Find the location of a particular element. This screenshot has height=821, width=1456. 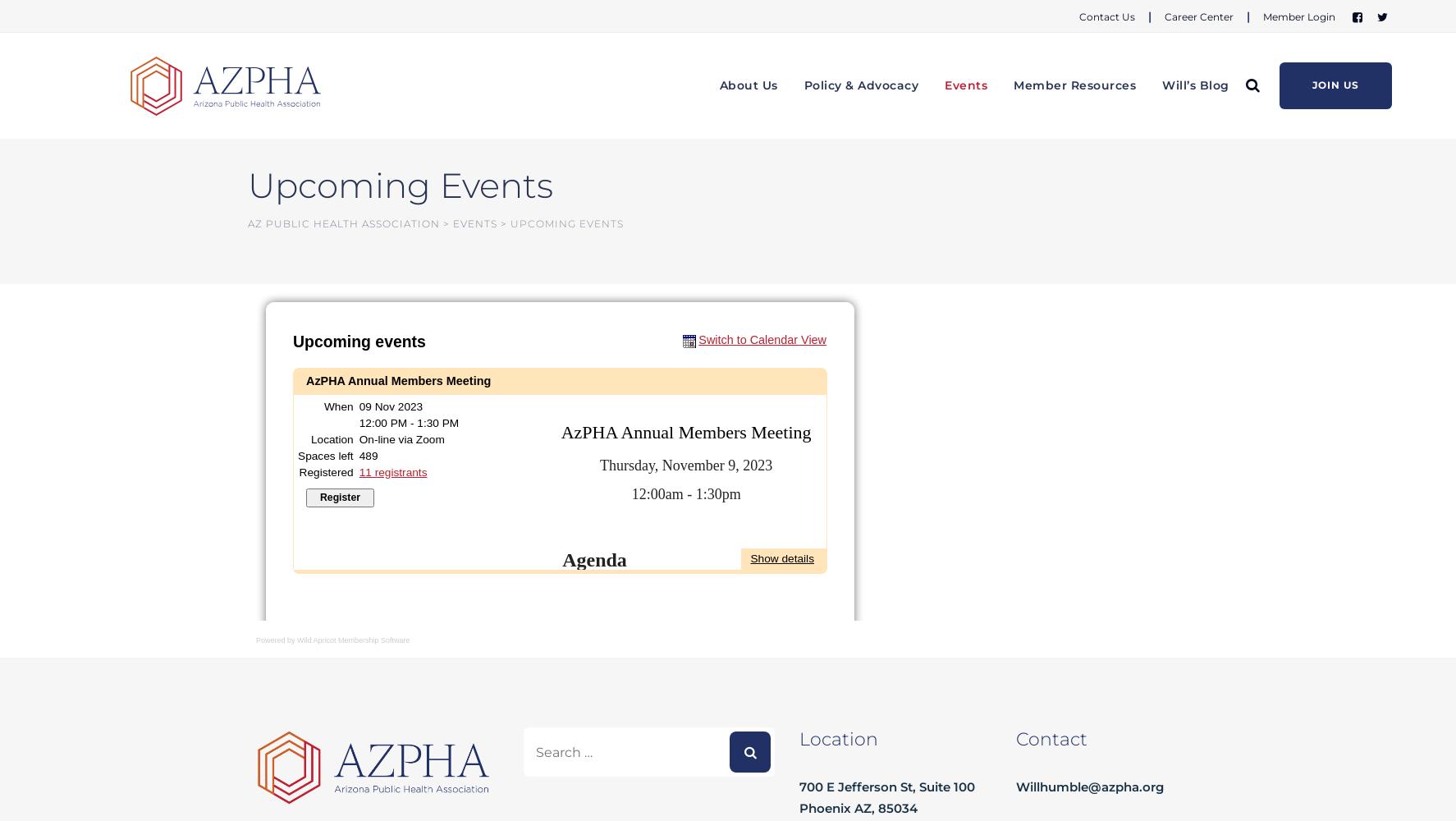

'Conferences' is located at coordinates (987, 200).